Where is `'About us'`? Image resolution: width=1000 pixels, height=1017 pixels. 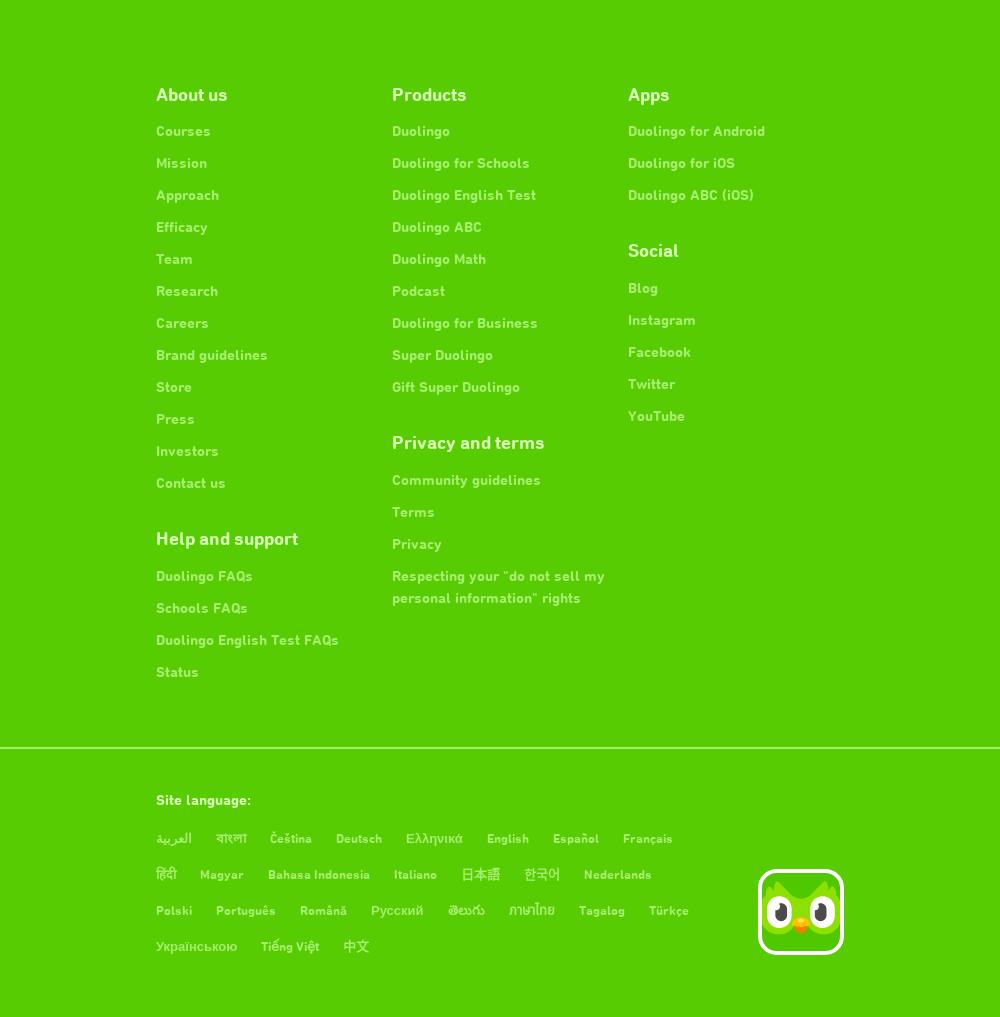
'About us' is located at coordinates (156, 93).